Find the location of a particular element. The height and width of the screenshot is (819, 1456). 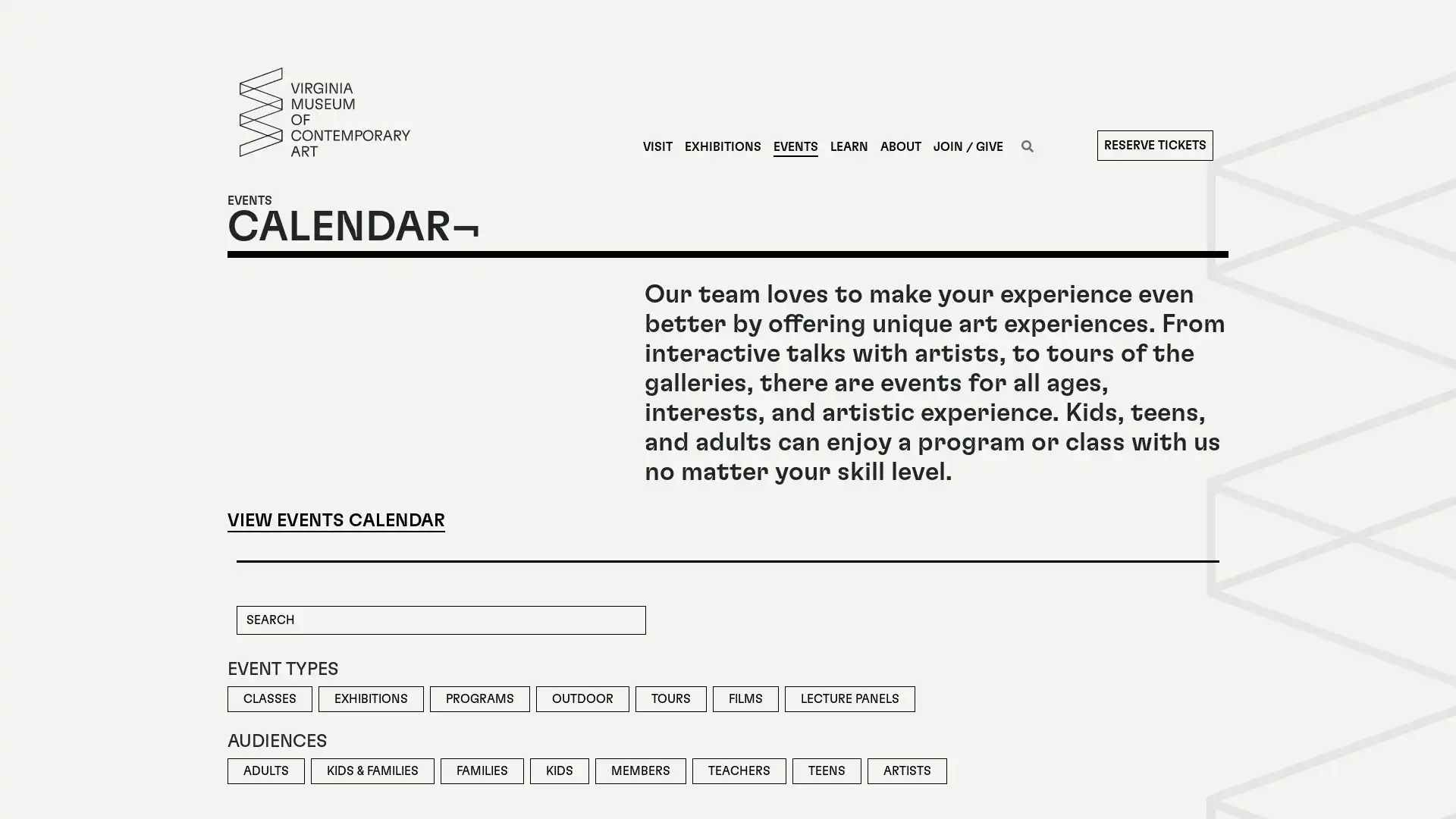

LEARN is located at coordinates (847, 146).